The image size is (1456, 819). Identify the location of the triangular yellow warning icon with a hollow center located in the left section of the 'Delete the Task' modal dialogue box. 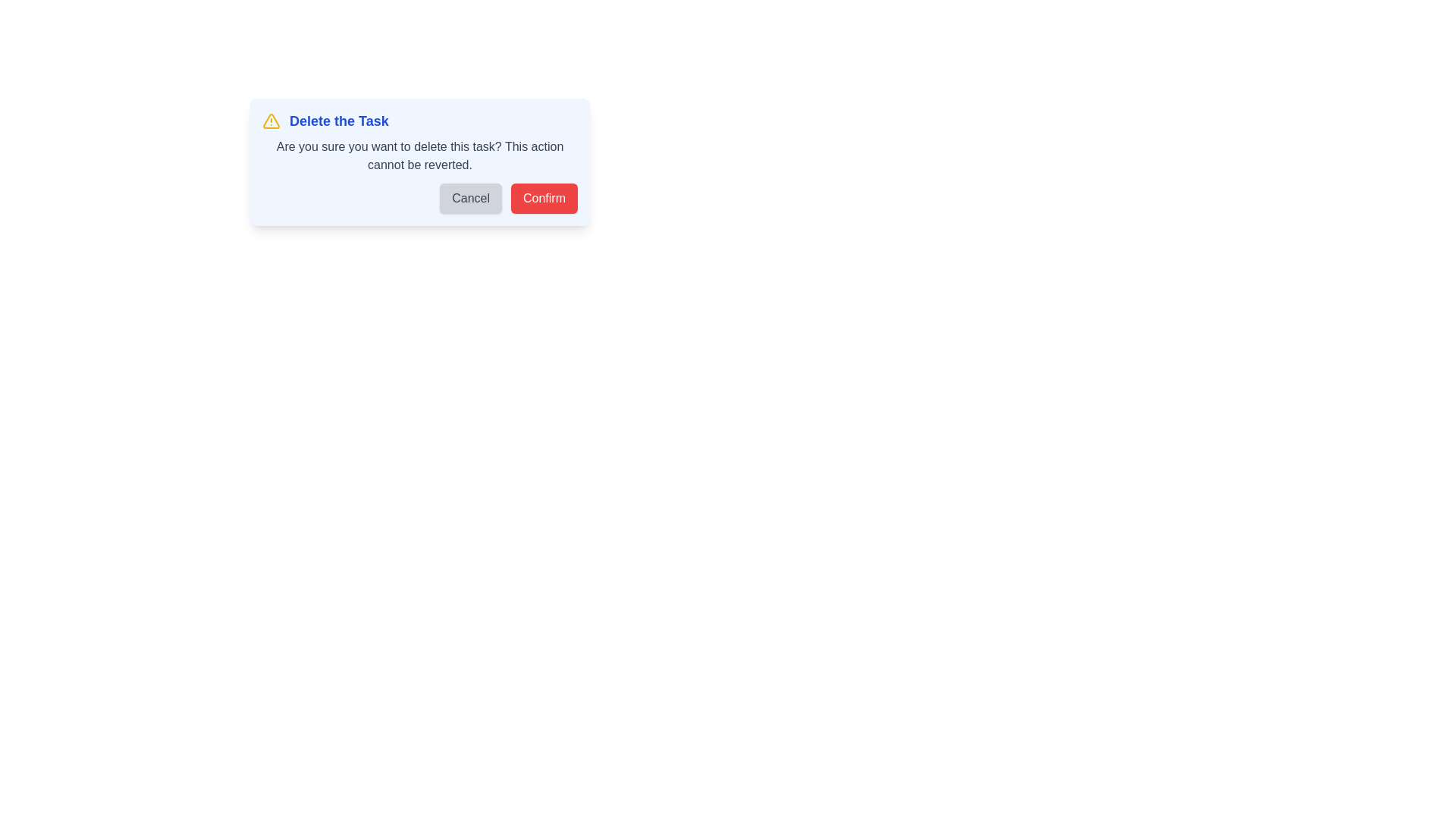
(271, 120).